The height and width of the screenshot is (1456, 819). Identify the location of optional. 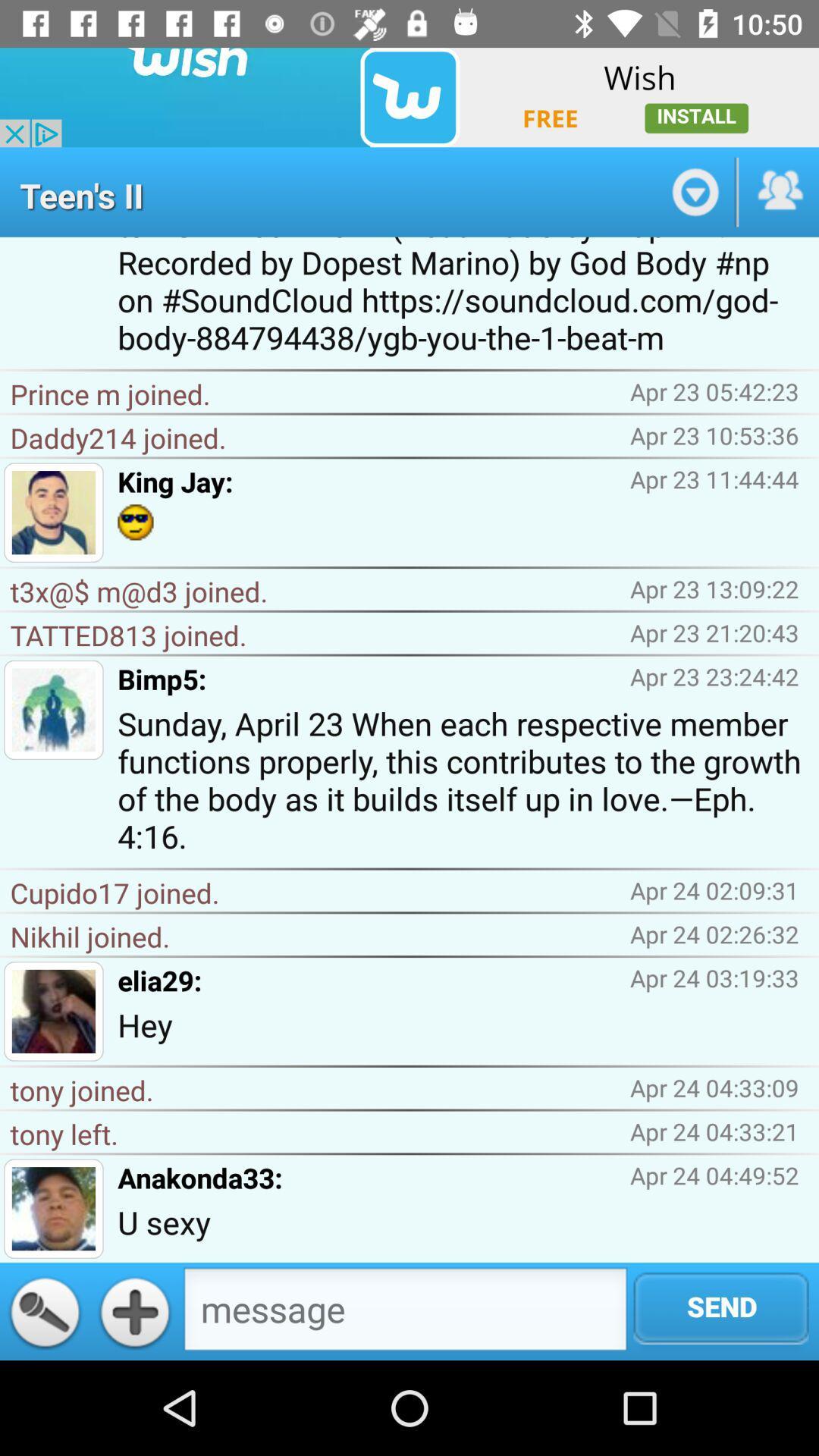
(694, 191).